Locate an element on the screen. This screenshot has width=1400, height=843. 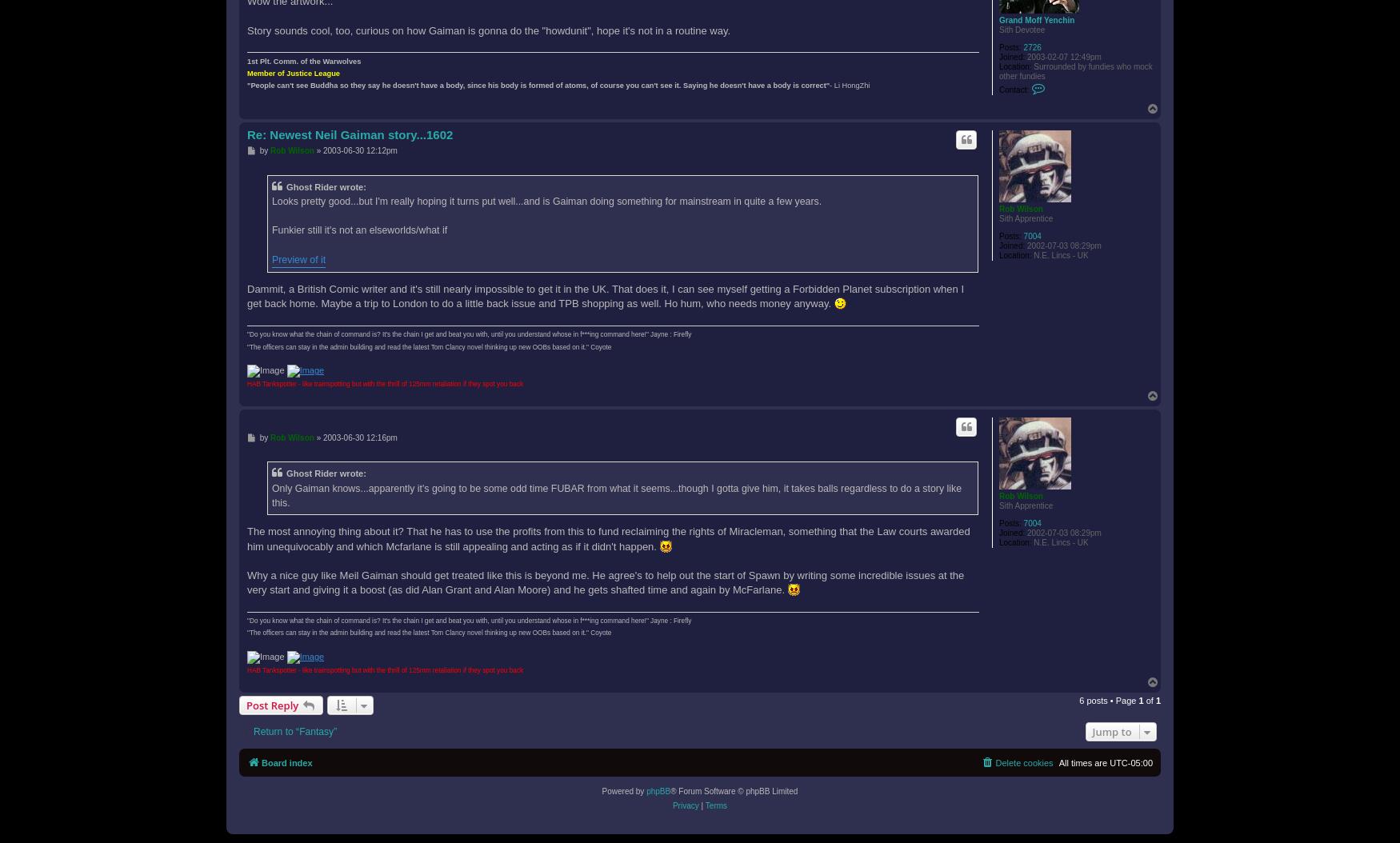
'Funkier still it's not an elseworlds/what if' is located at coordinates (272, 229).